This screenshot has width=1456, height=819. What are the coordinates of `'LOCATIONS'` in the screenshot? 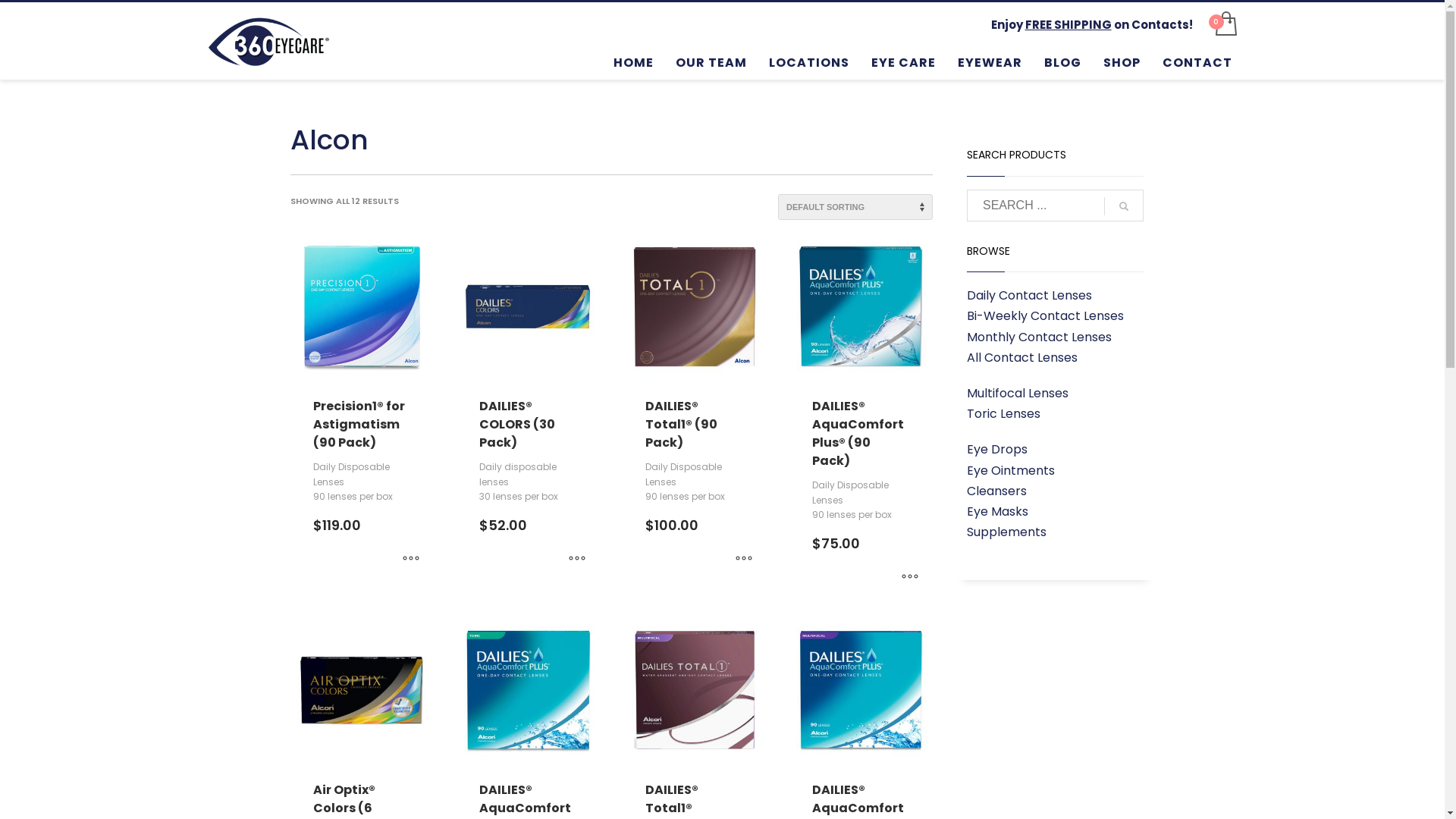 It's located at (808, 61).